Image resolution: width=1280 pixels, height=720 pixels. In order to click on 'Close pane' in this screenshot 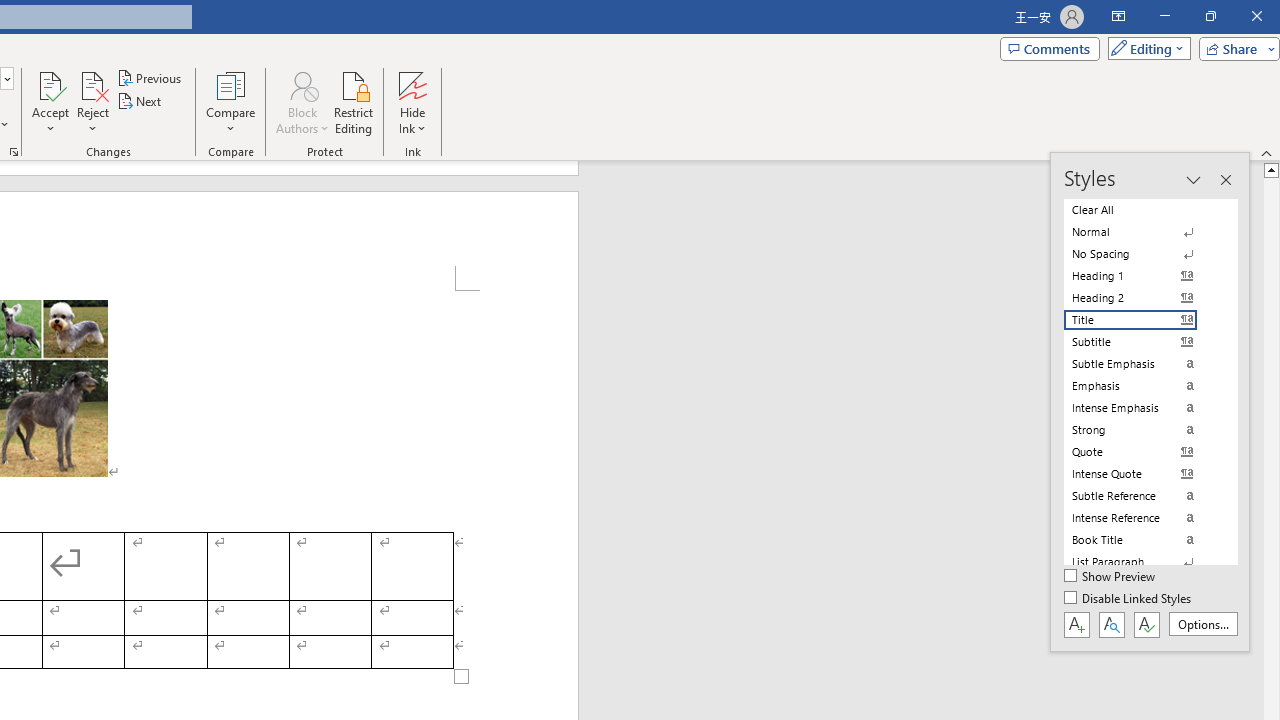, I will do `click(1224, 180)`.